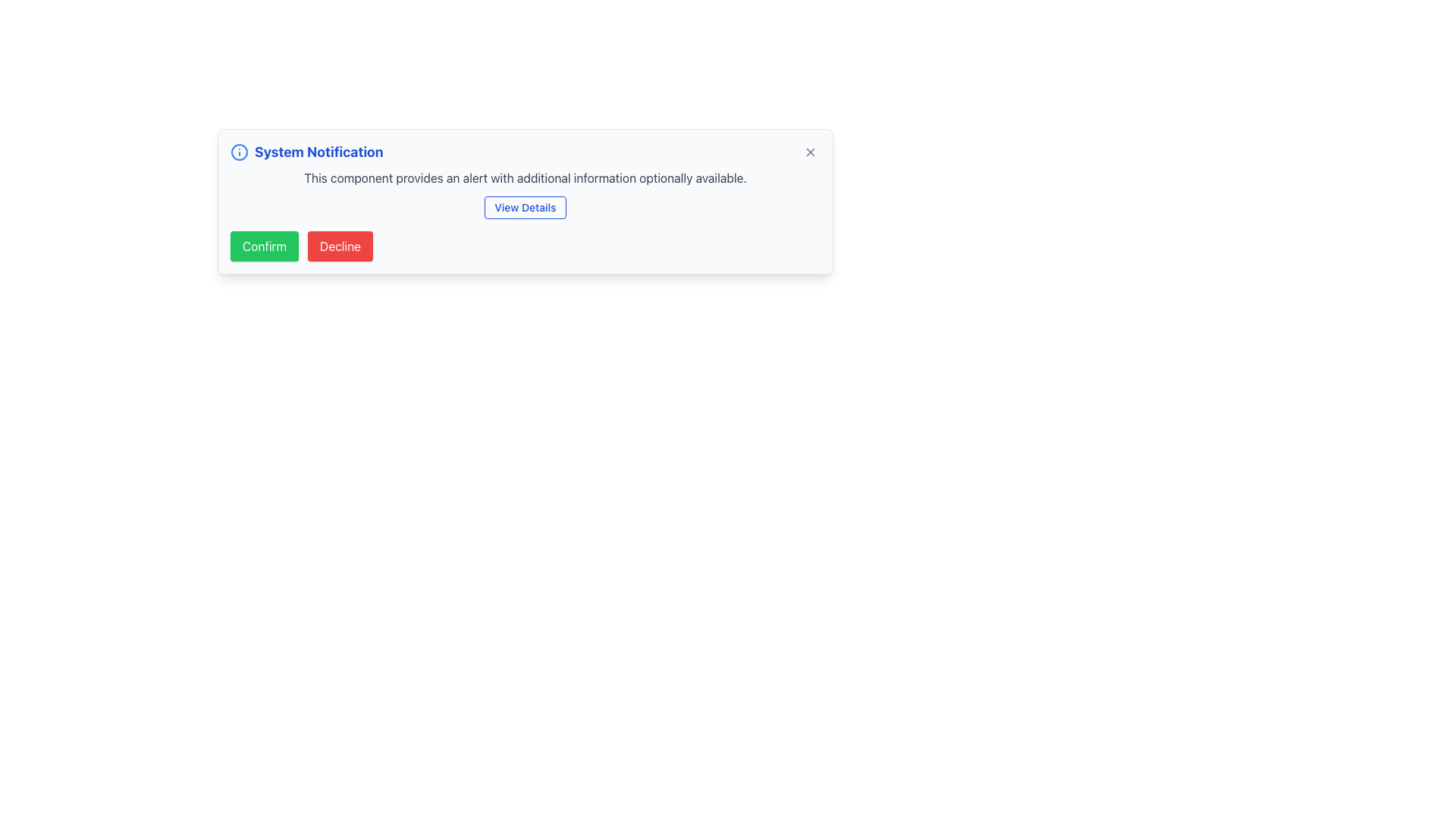  Describe the element at coordinates (306, 152) in the screenshot. I see `bold blue text 'System Notification' located at the top-left section of a notification card, adjacent to an informational icon styled as a blue circle with an 'i'` at that location.